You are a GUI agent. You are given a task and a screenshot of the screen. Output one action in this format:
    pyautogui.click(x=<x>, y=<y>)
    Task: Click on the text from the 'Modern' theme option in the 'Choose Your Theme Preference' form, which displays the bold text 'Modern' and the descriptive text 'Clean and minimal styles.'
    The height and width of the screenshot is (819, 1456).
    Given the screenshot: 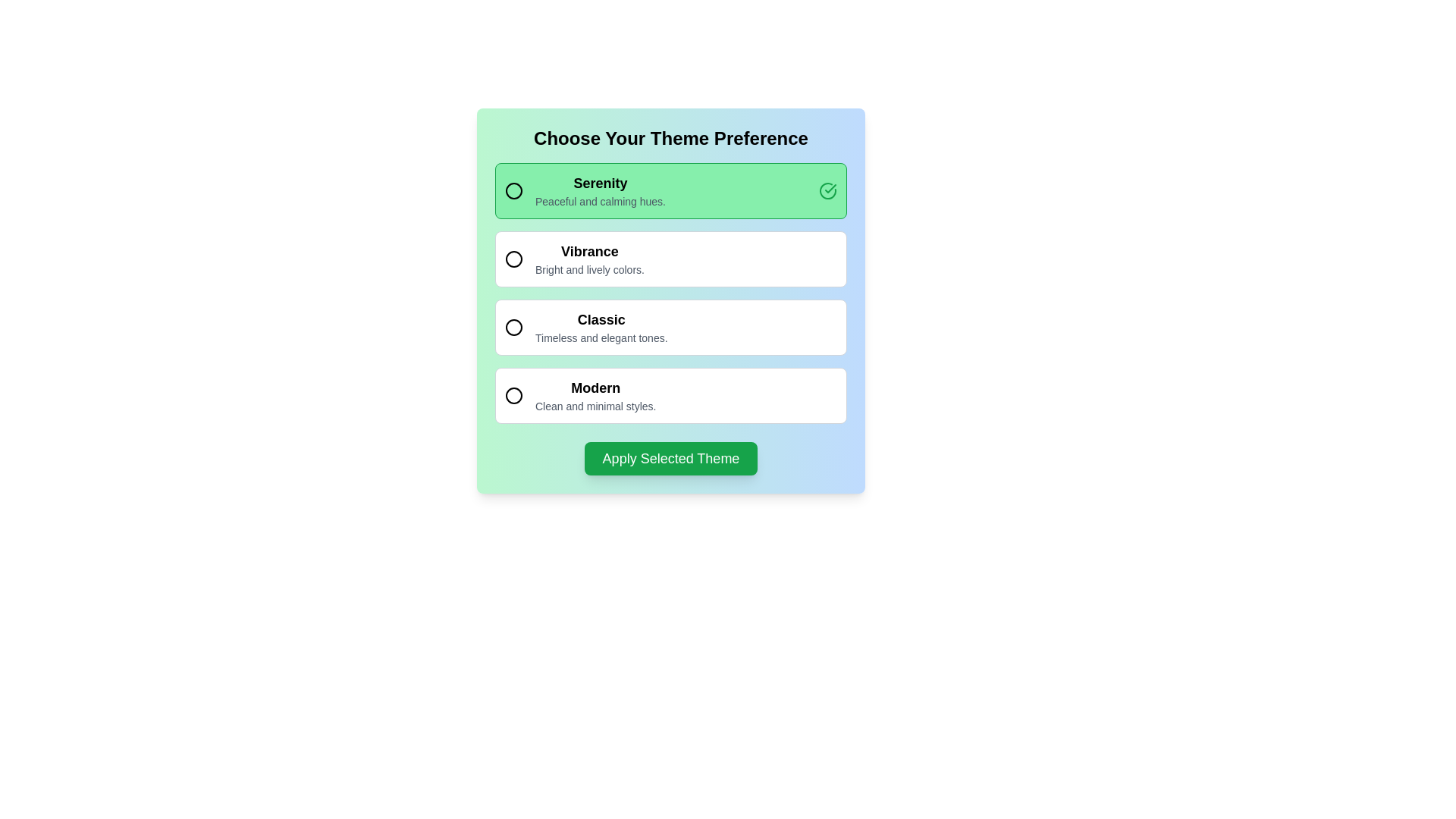 What is the action you would take?
    pyautogui.click(x=595, y=394)
    